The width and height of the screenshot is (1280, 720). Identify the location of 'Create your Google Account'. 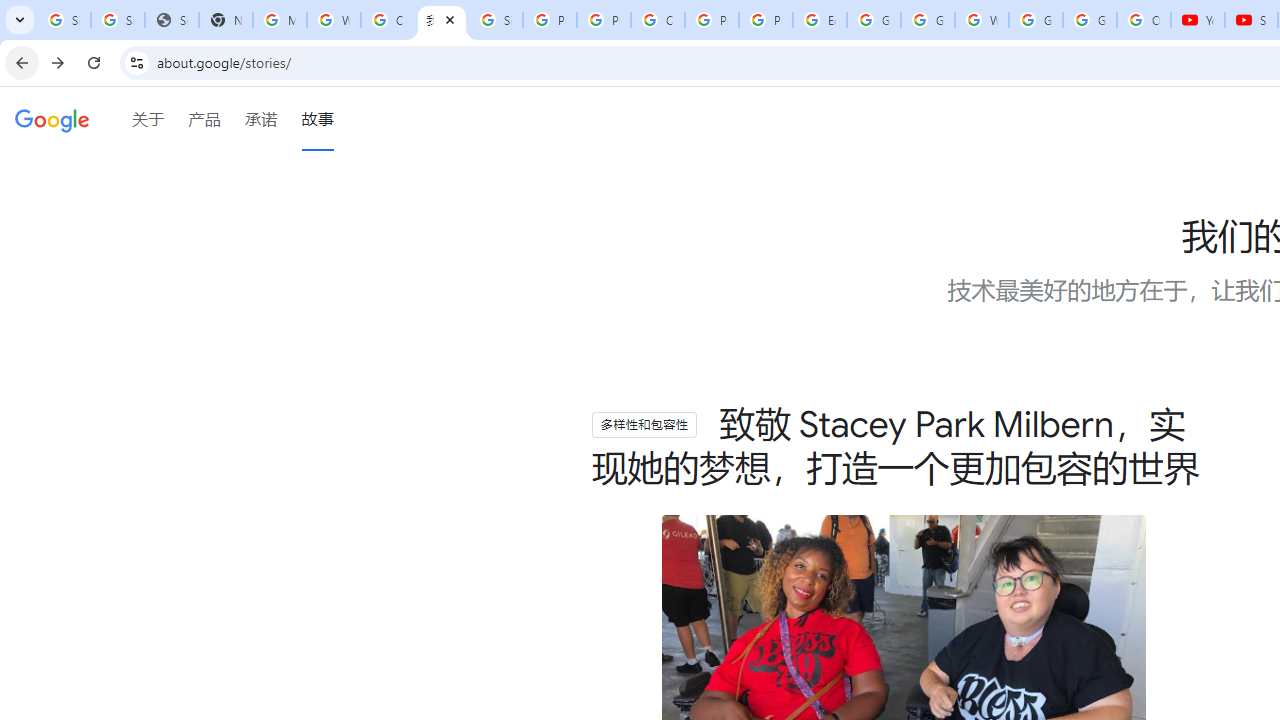
(387, 20).